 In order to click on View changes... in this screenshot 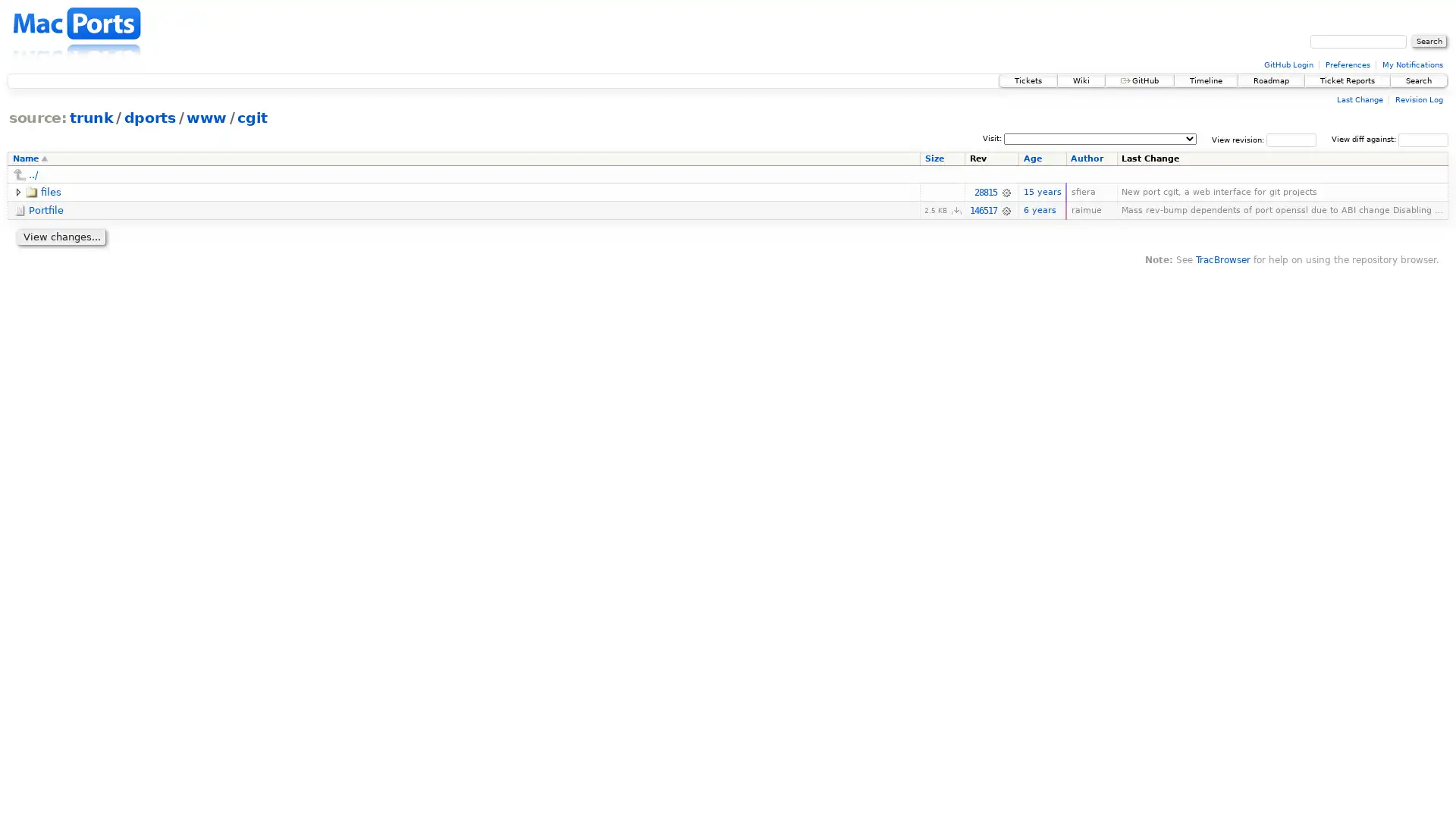, I will do `click(61, 237)`.